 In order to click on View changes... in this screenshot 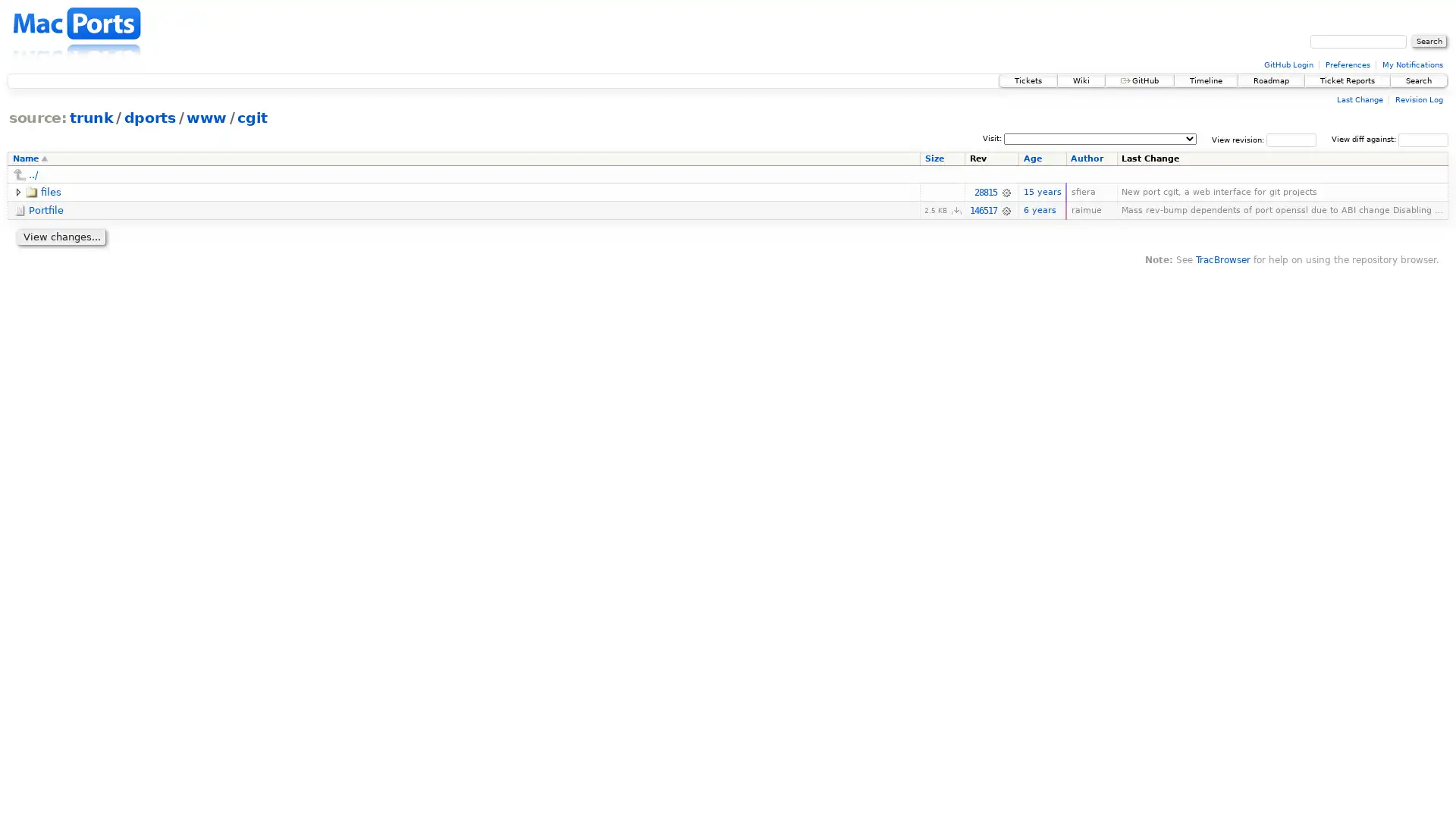, I will do `click(61, 237)`.